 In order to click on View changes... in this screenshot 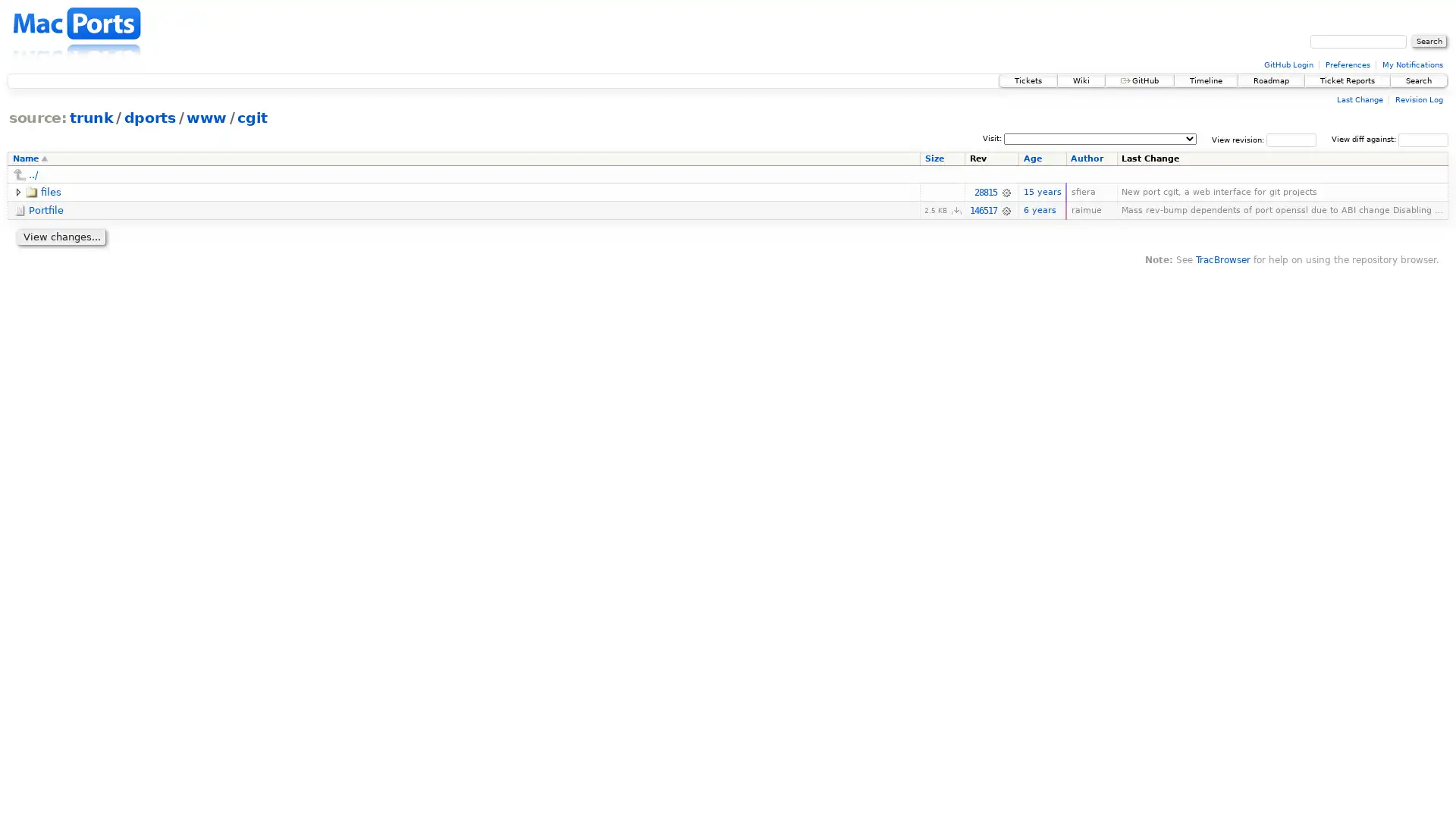, I will do `click(61, 237)`.